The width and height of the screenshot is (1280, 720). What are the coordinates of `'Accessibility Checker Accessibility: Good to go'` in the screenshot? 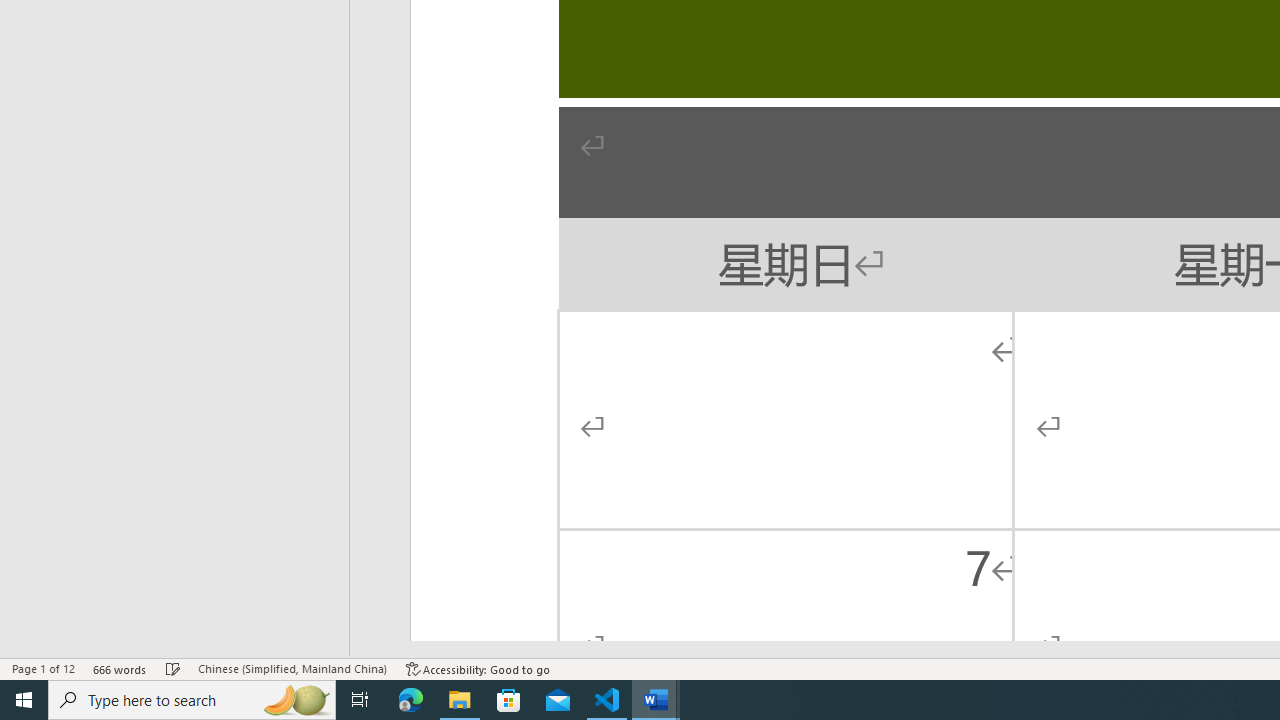 It's located at (477, 669).